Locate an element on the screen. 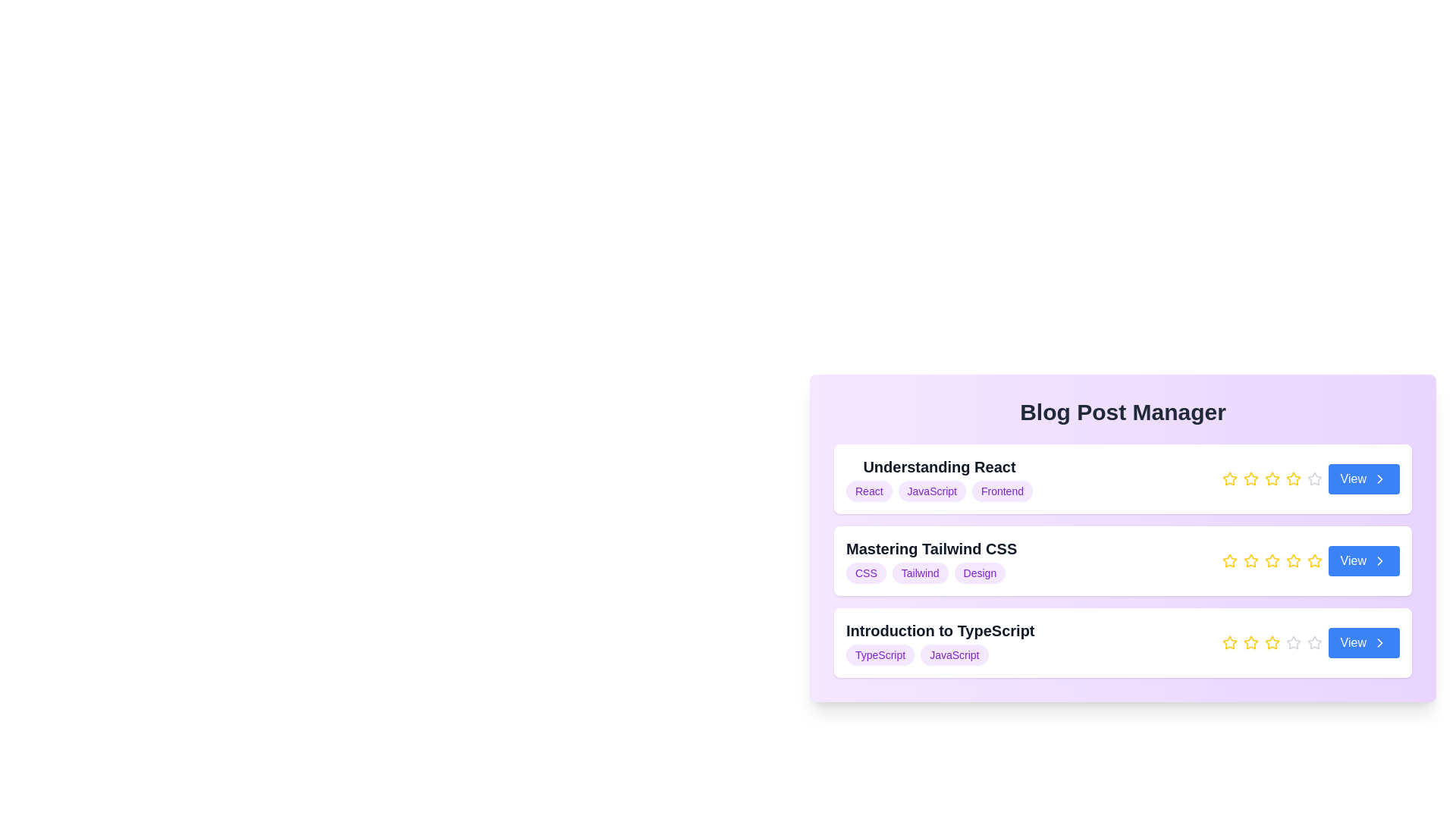 This screenshot has height=819, width=1456. the fifth star icon in the rating system for the 'Introduction to TypeScript' blog post is located at coordinates (1292, 643).